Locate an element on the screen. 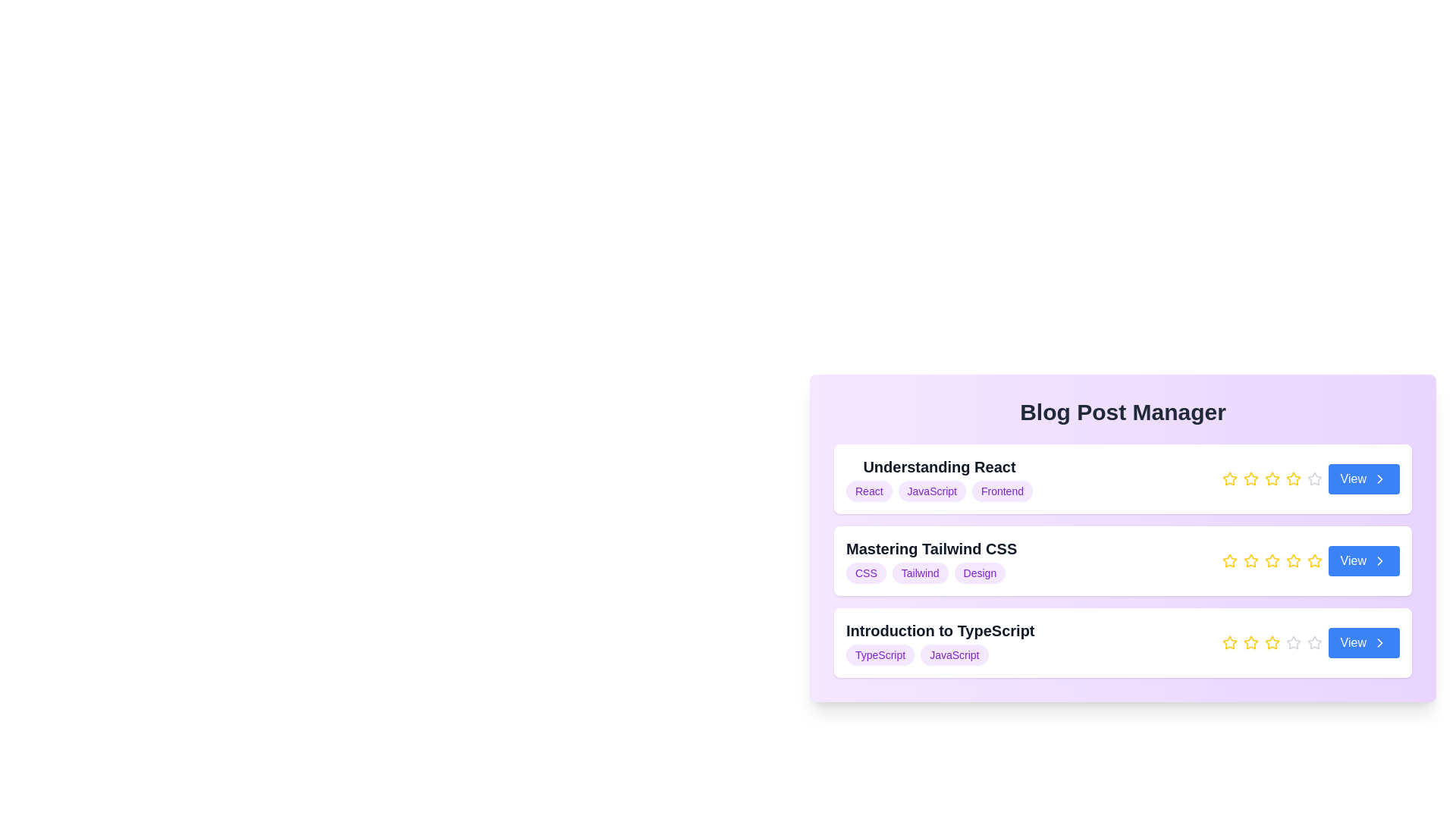 This screenshot has height=819, width=1456. the fifth star icon in the rating system for the 'Introduction to TypeScript' blog post is located at coordinates (1292, 643).